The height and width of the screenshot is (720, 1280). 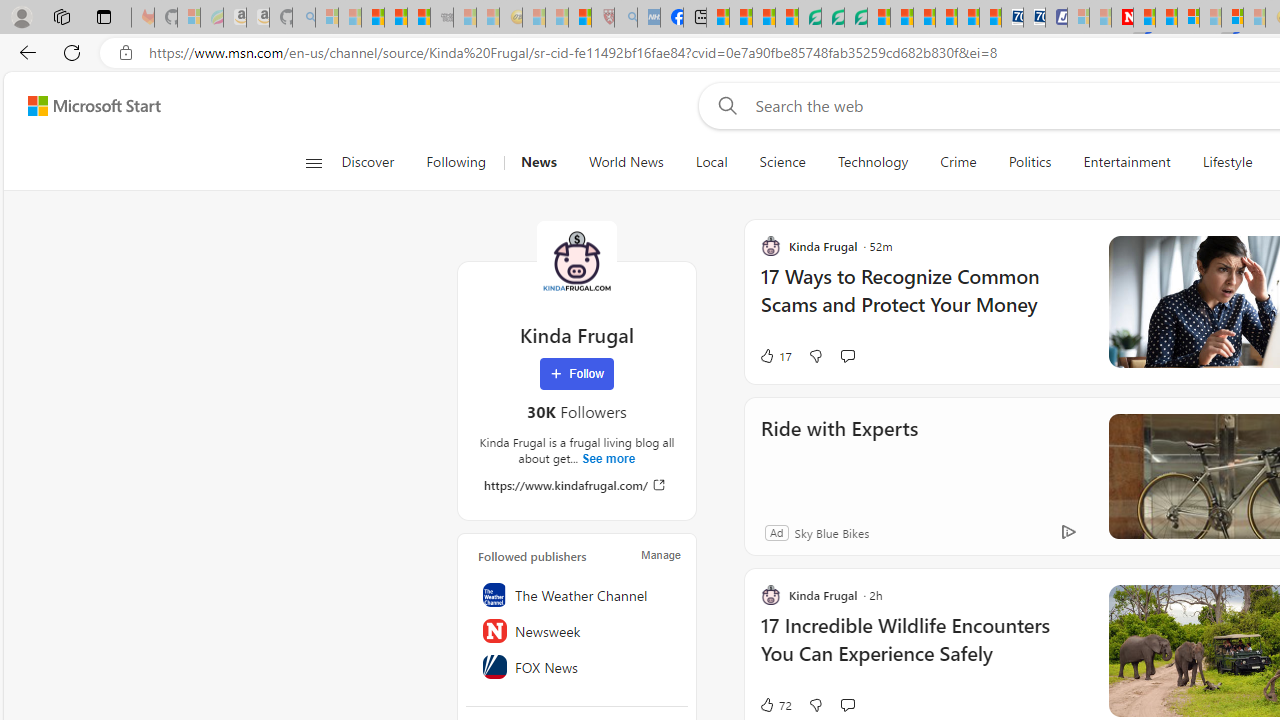 What do you see at coordinates (418, 17) in the screenshot?
I see `'New Report Confirms 2023 Was Record Hot | Watch'` at bounding box center [418, 17].